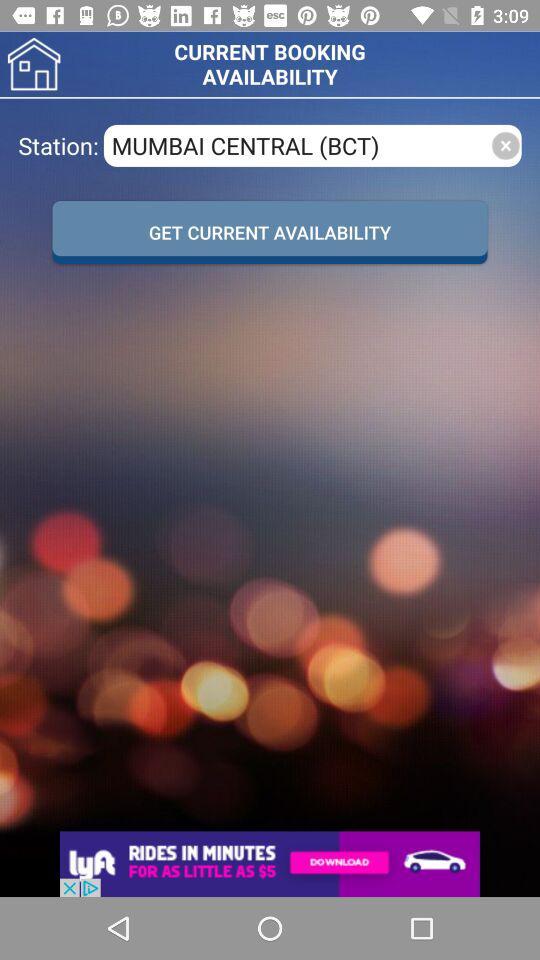 The width and height of the screenshot is (540, 960). What do you see at coordinates (270, 863) in the screenshot?
I see `open advertisement page` at bounding box center [270, 863].